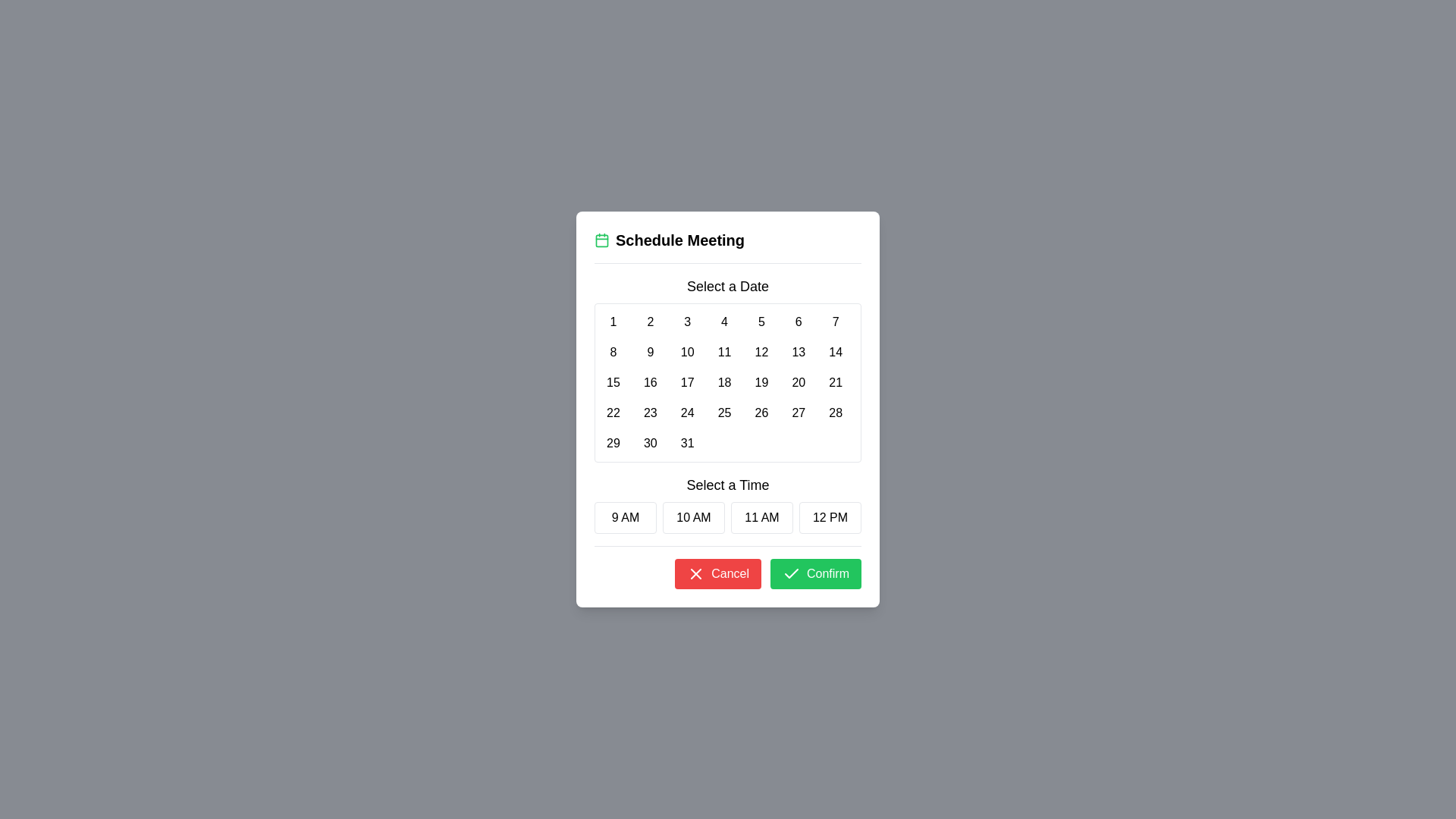  Describe the element at coordinates (798, 321) in the screenshot. I see `the button representing the 6th day of the month in the calendar` at that location.